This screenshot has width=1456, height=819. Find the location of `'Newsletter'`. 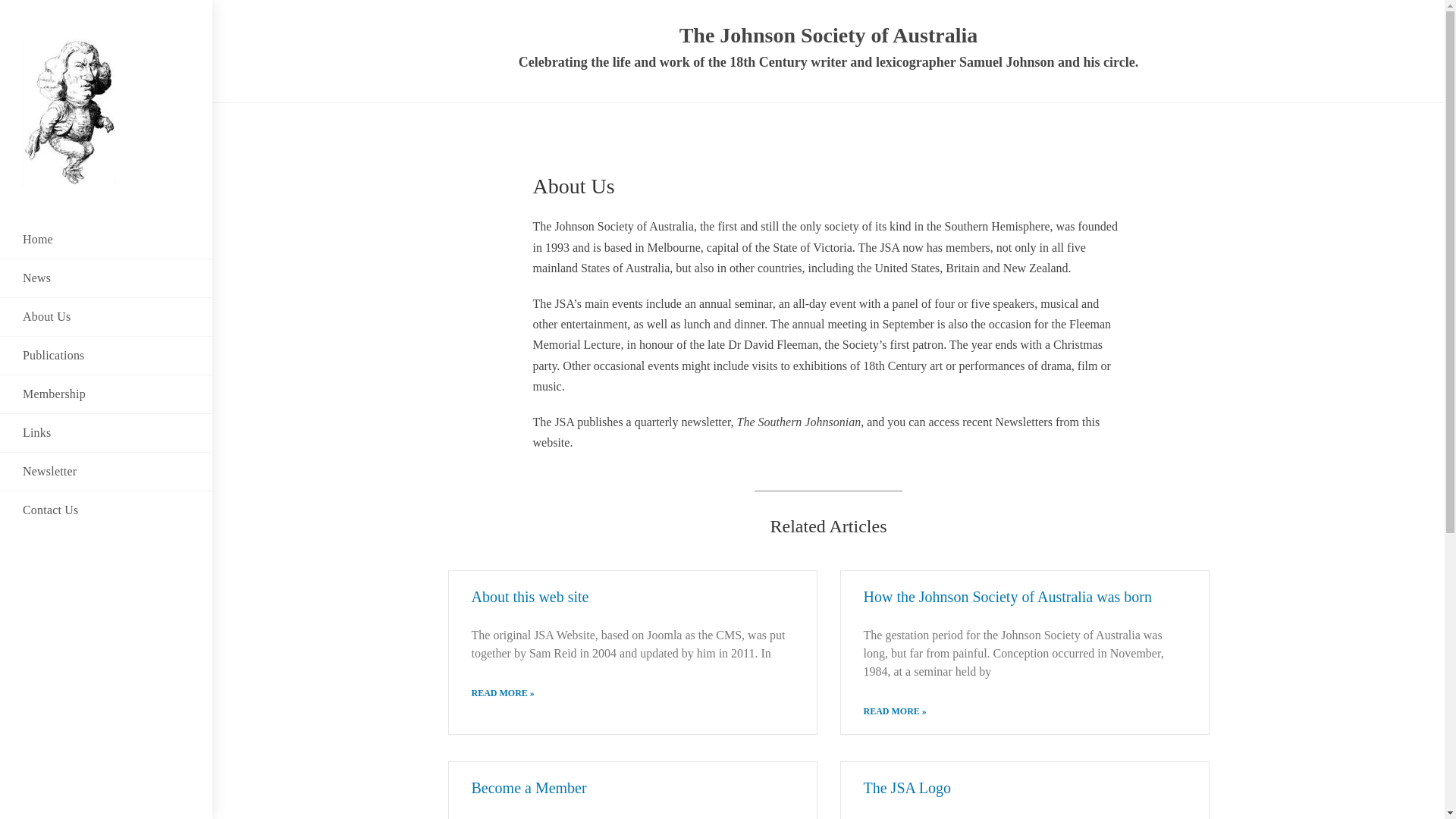

'Newsletter' is located at coordinates (105, 470).